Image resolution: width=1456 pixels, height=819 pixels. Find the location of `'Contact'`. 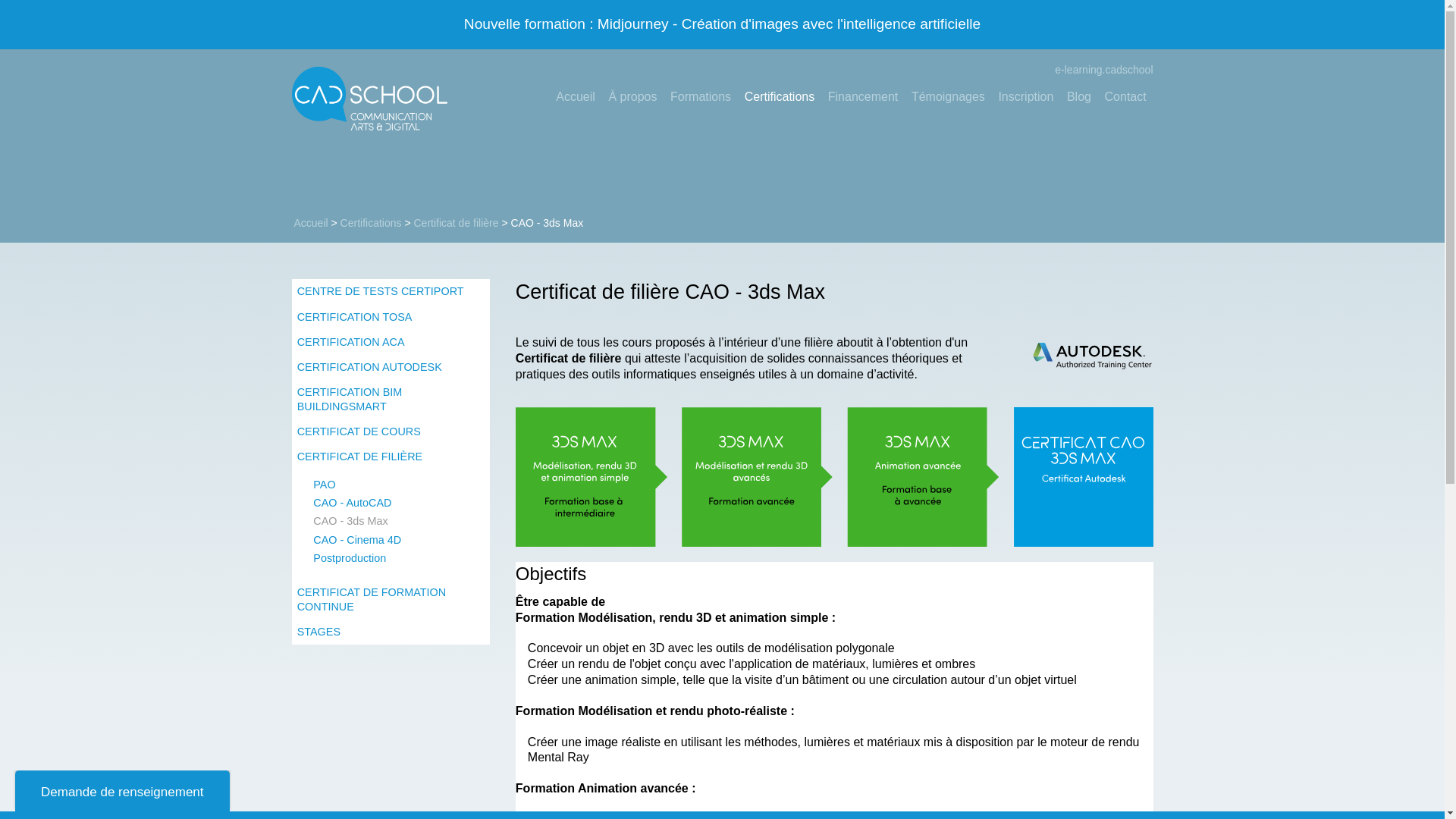

'Contact' is located at coordinates (1125, 96).